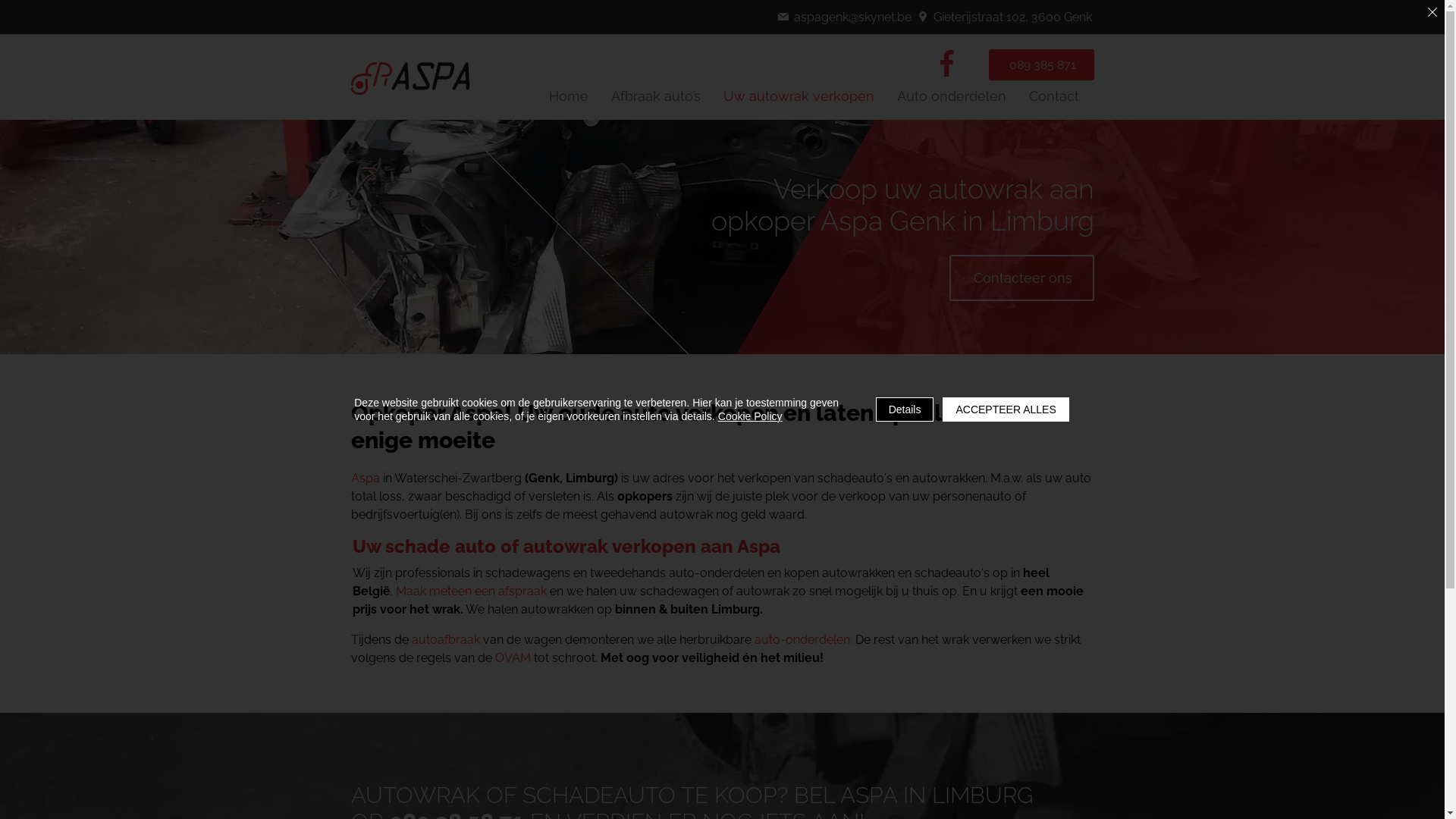  I want to click on 'auto-onderdelen', so click(753, 639).